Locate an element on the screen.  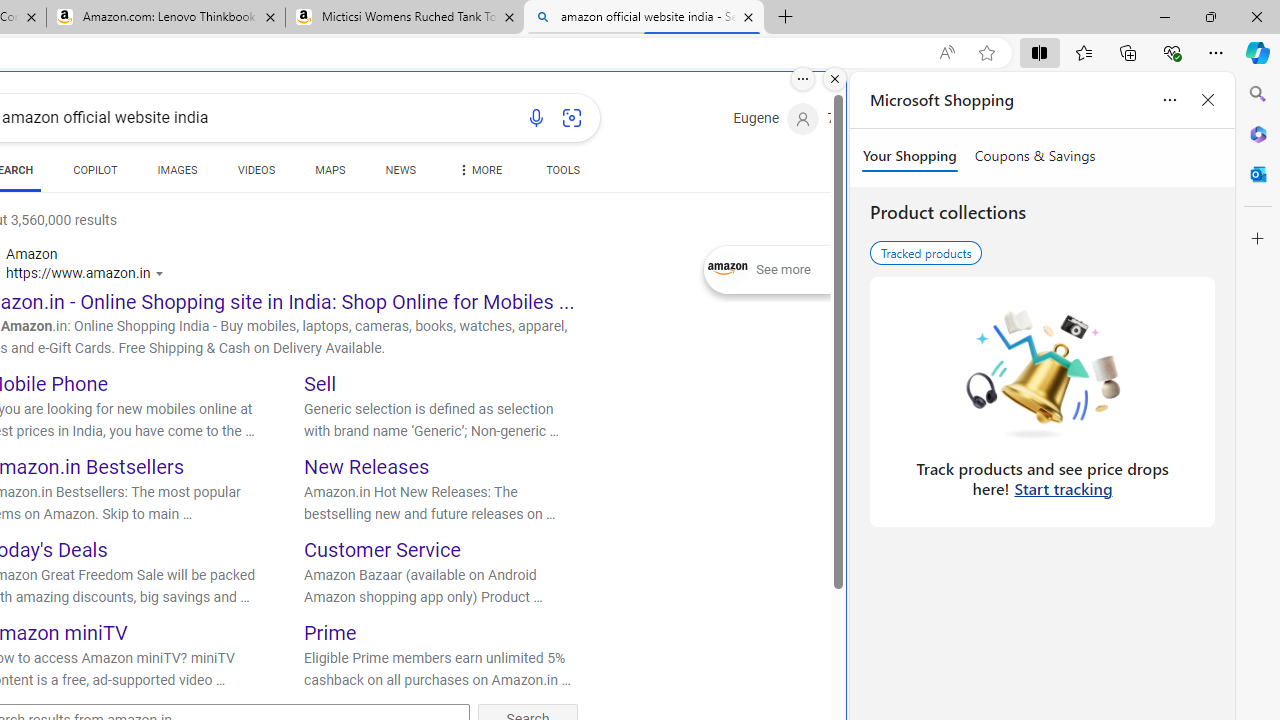
'amazon official website india - Search' is located at coordinates (643, 17).